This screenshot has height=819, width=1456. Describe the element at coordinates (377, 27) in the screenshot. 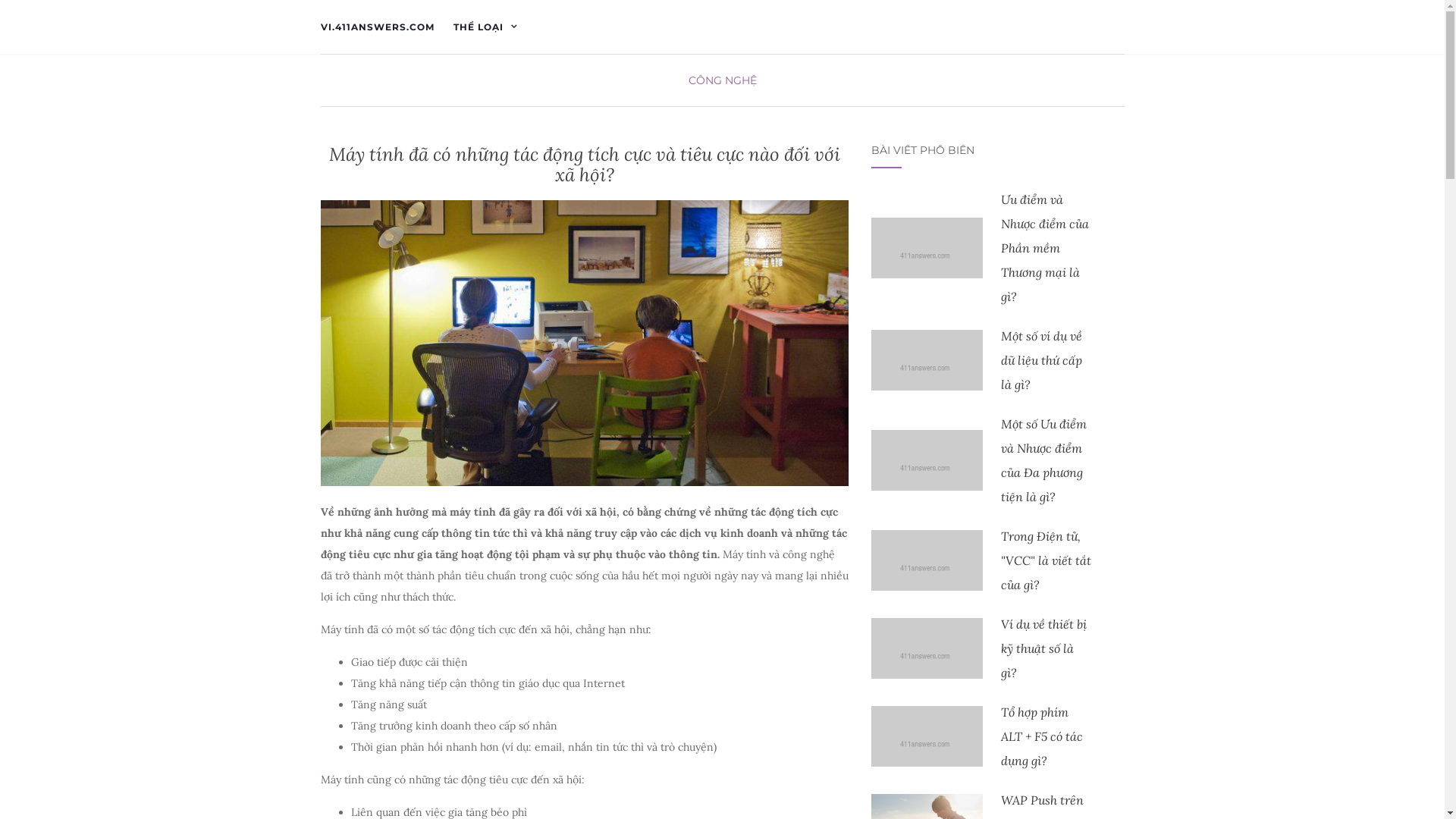

I see `'VI.411ANSWERS.COM'` at that location.